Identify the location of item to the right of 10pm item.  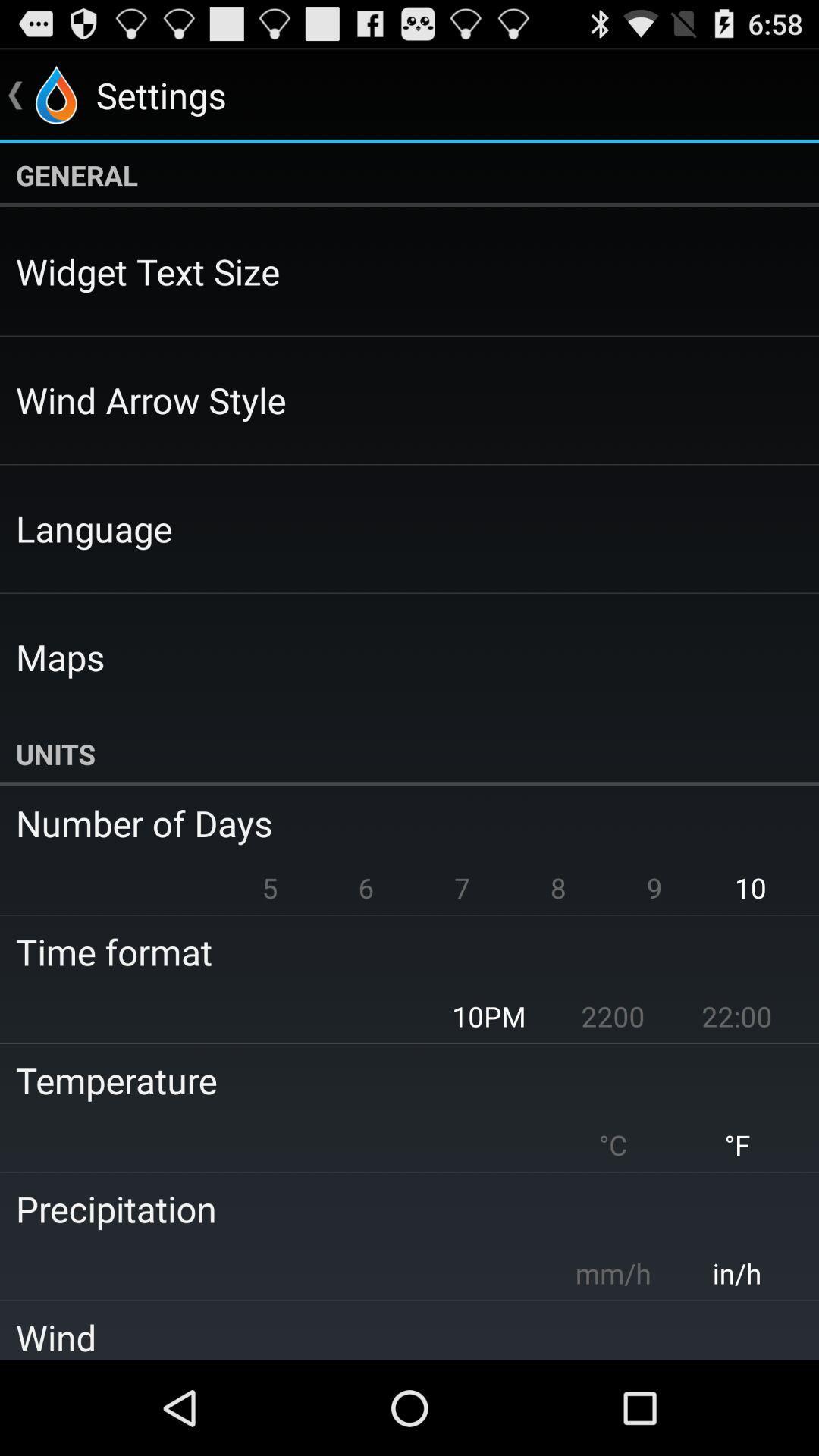
(612, 1016).